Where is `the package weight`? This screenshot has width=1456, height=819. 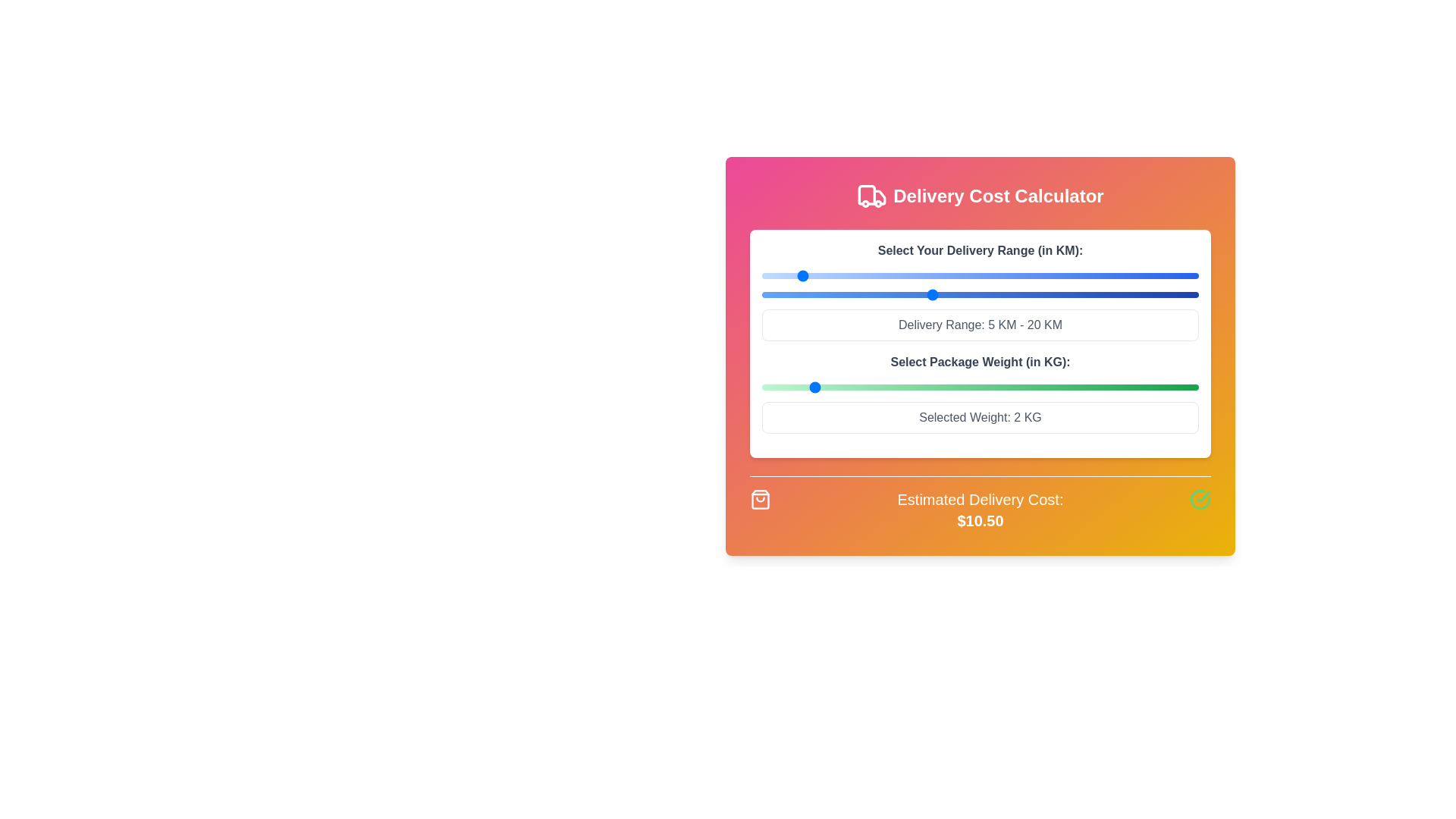
the package weight is located at coordinates (1102, 386).